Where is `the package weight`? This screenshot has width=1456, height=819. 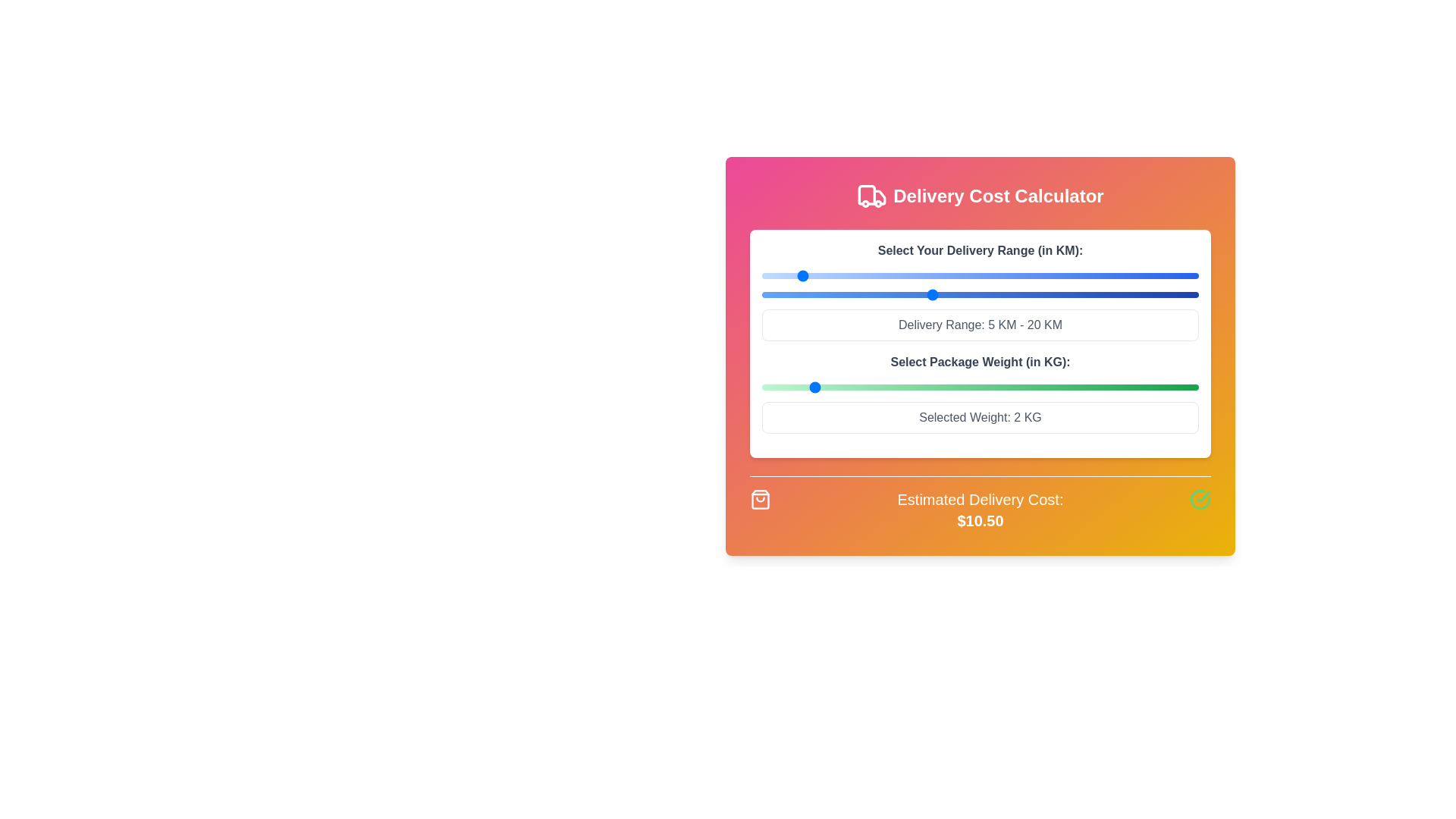
the package weight is located at coordinates (1102, 386).